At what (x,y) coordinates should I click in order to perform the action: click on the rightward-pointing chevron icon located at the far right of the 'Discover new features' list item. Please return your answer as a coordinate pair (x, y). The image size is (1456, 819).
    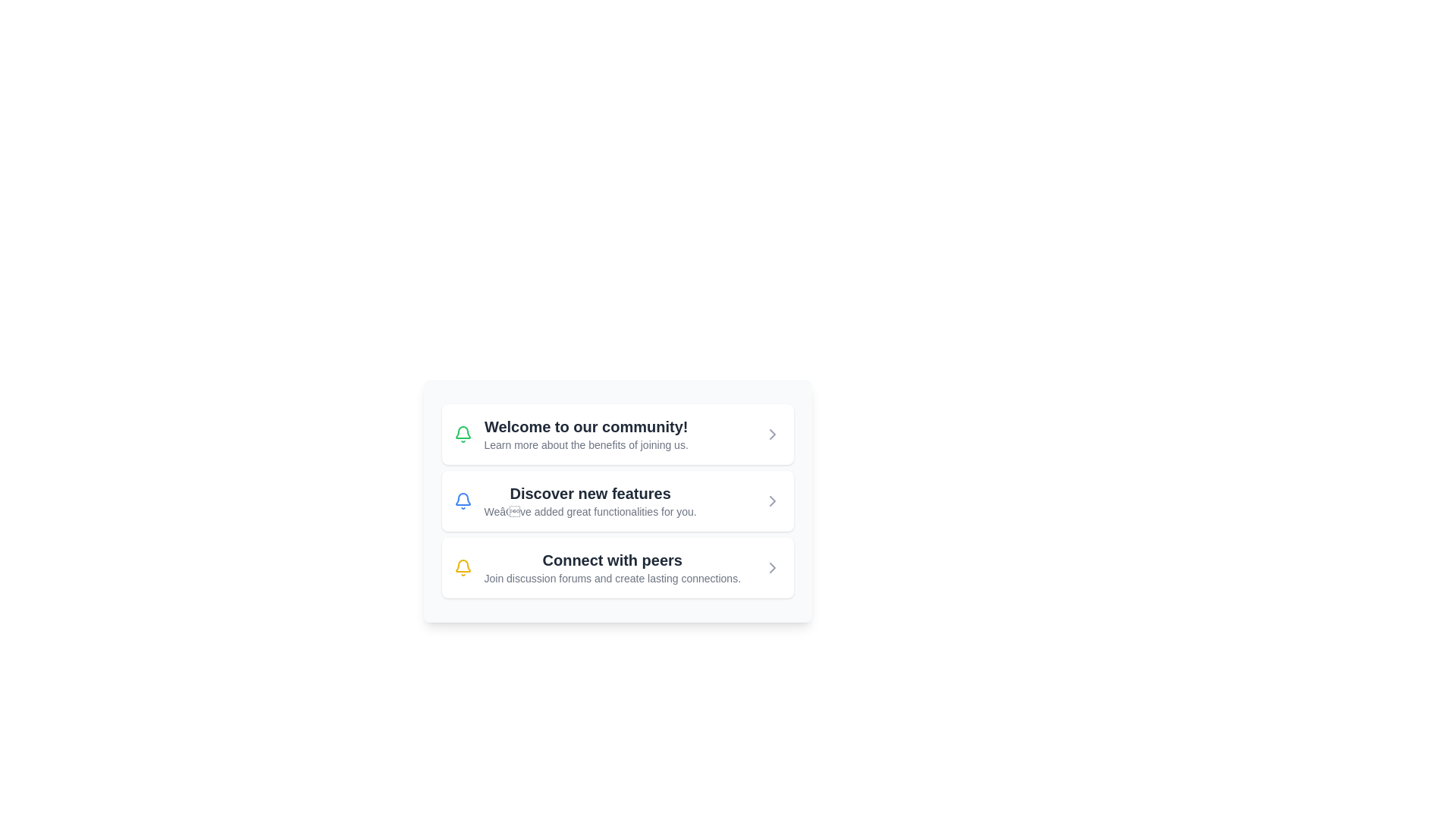
    Looking at the image, I should click on (772, 500).